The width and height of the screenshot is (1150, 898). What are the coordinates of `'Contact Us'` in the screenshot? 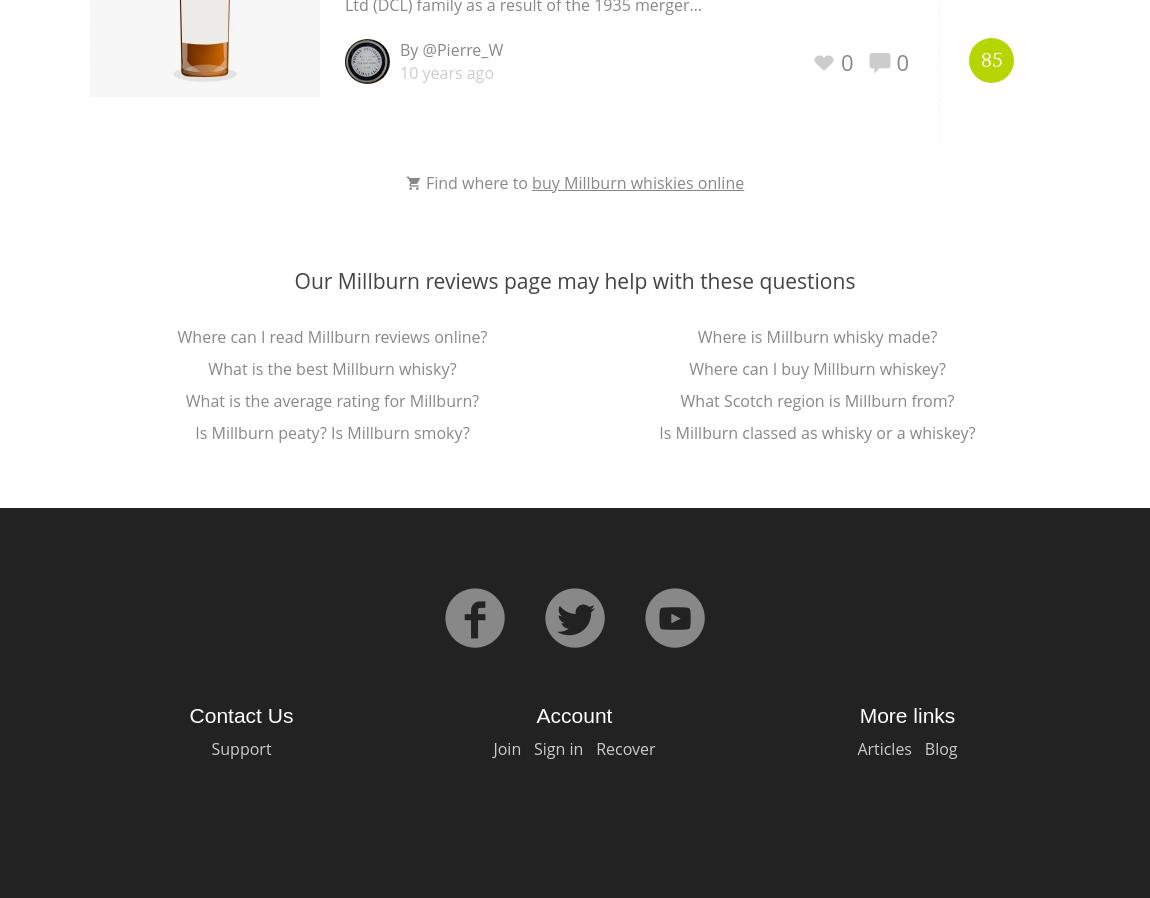 It's located at (240, 715).